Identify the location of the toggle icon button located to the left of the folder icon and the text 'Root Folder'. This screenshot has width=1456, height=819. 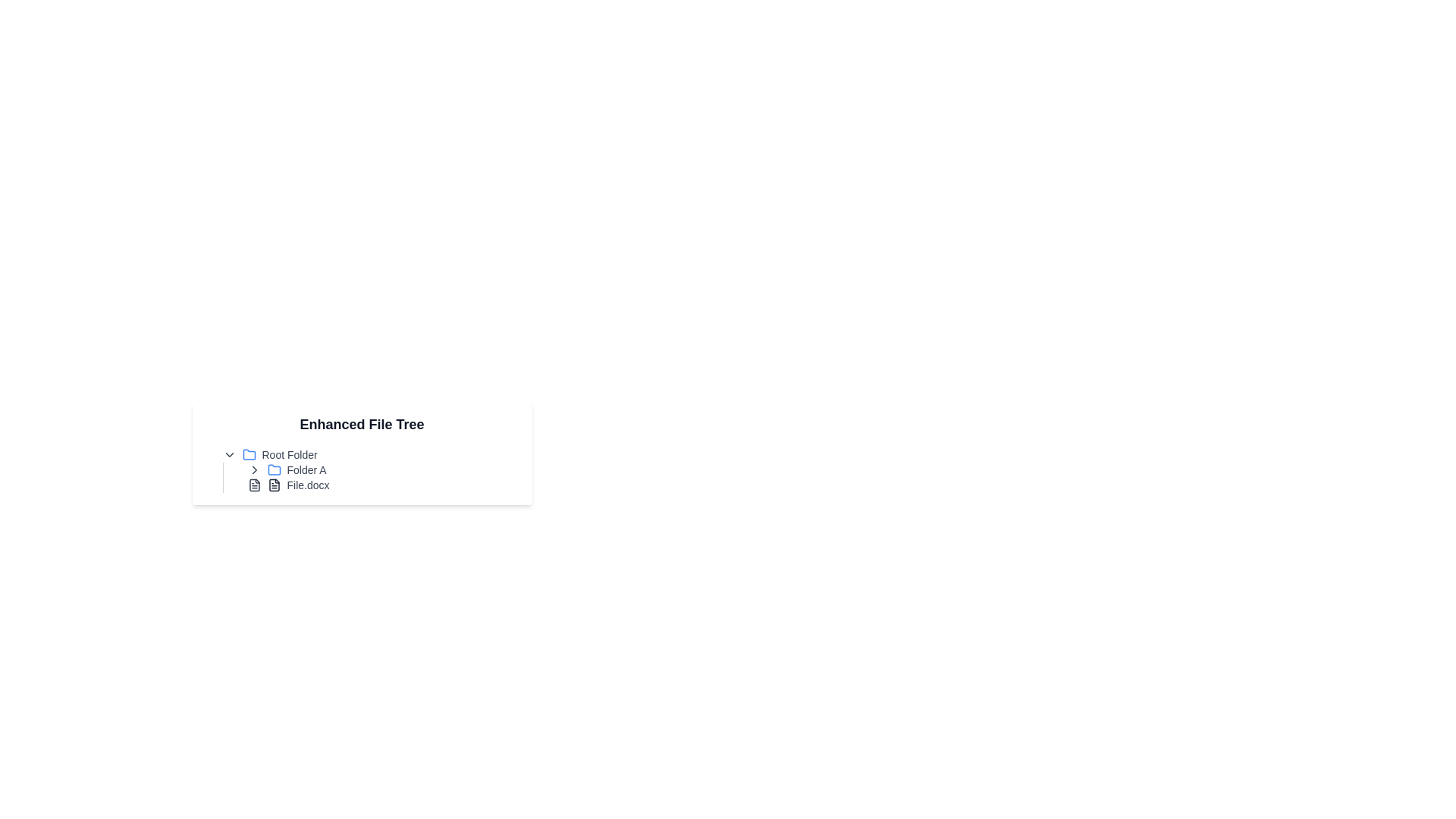
(228, 454).